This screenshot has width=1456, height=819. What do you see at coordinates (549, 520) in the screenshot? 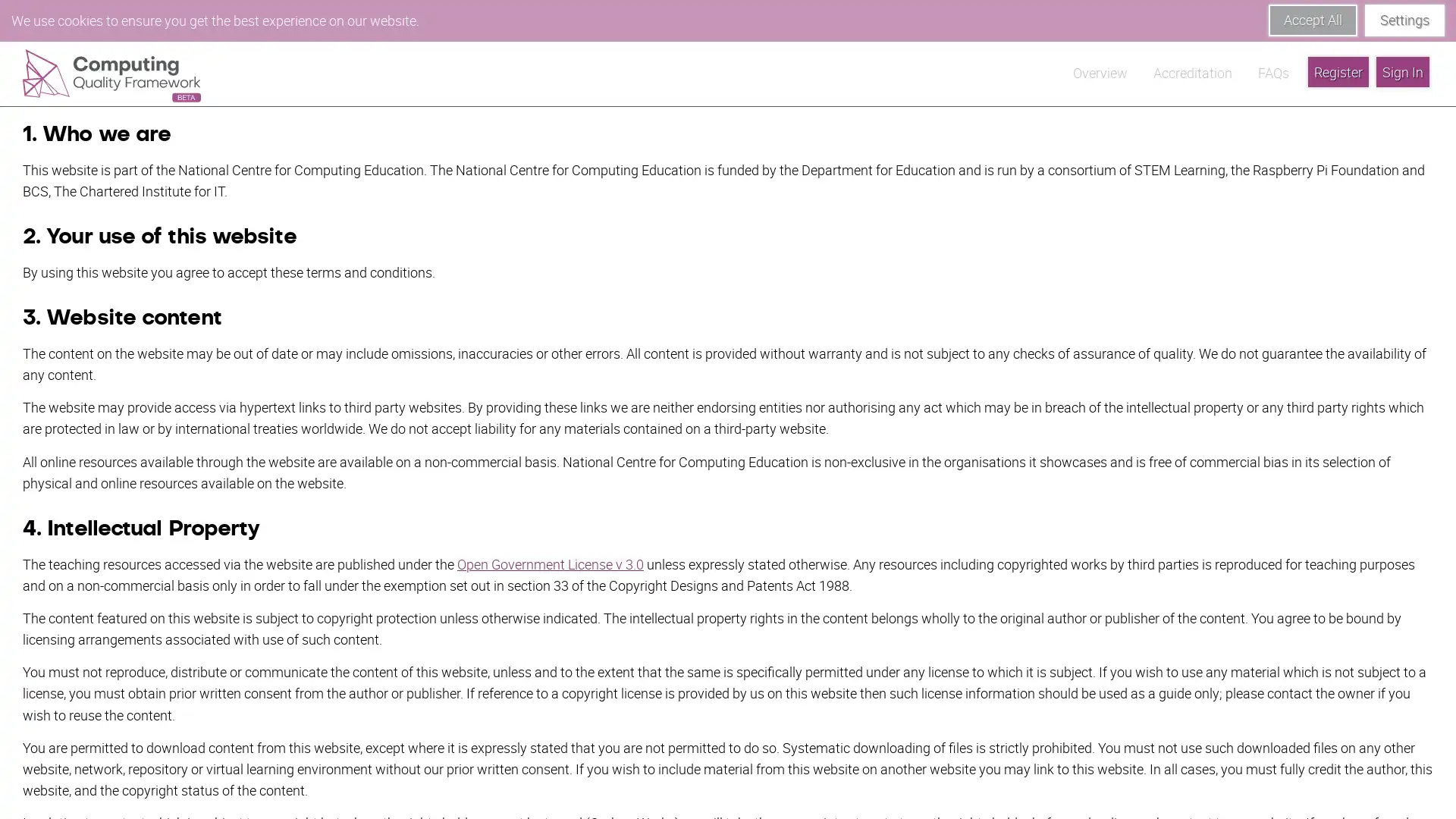
I see `Open Government License v 3.0` at bounding box center [549, 520].